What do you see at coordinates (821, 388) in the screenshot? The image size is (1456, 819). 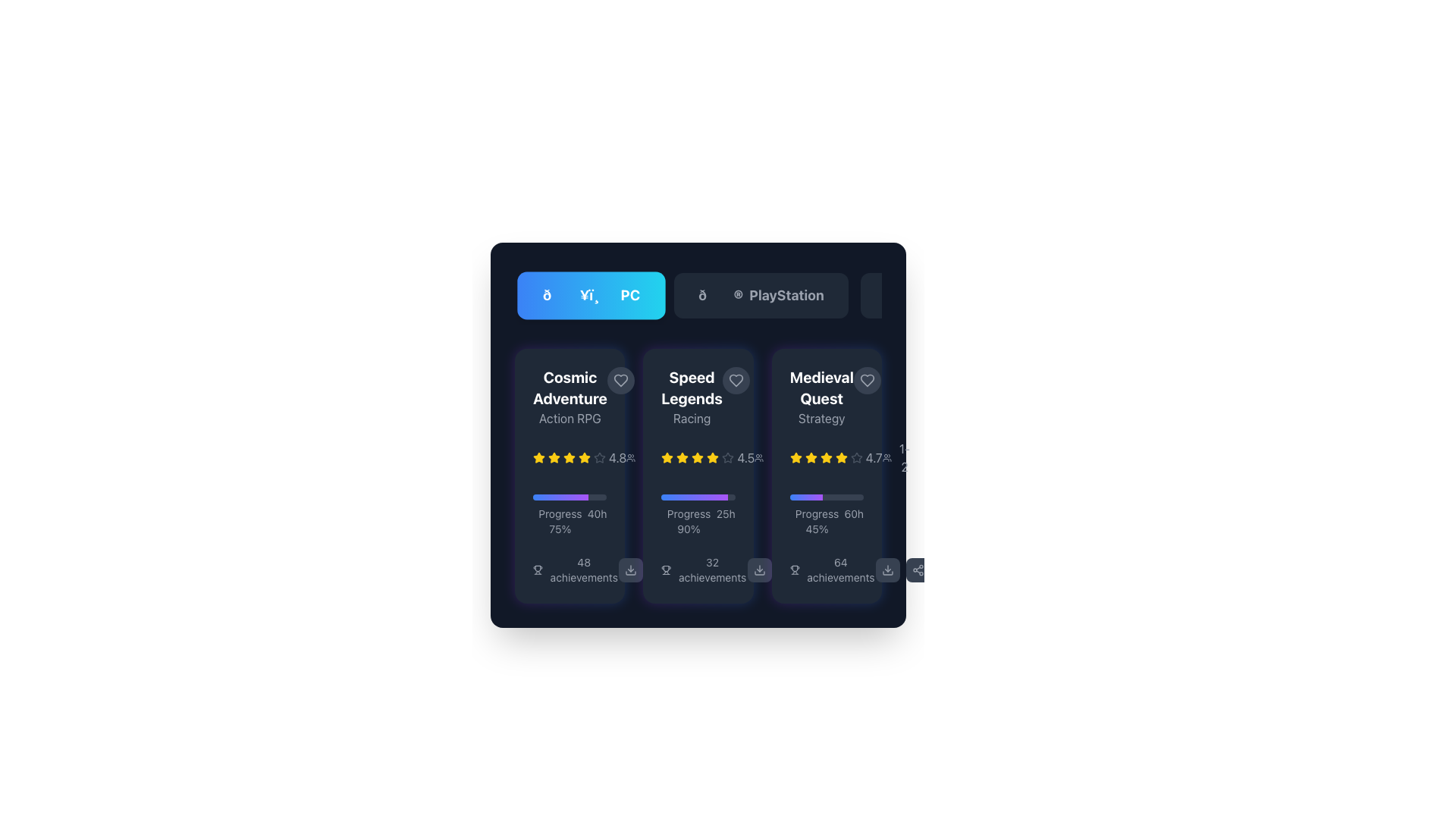 I see `the title label of the game card located in the third column of the grid layout, positioned above the subtitle 'Strategy'` at bounding box center [821, 388].